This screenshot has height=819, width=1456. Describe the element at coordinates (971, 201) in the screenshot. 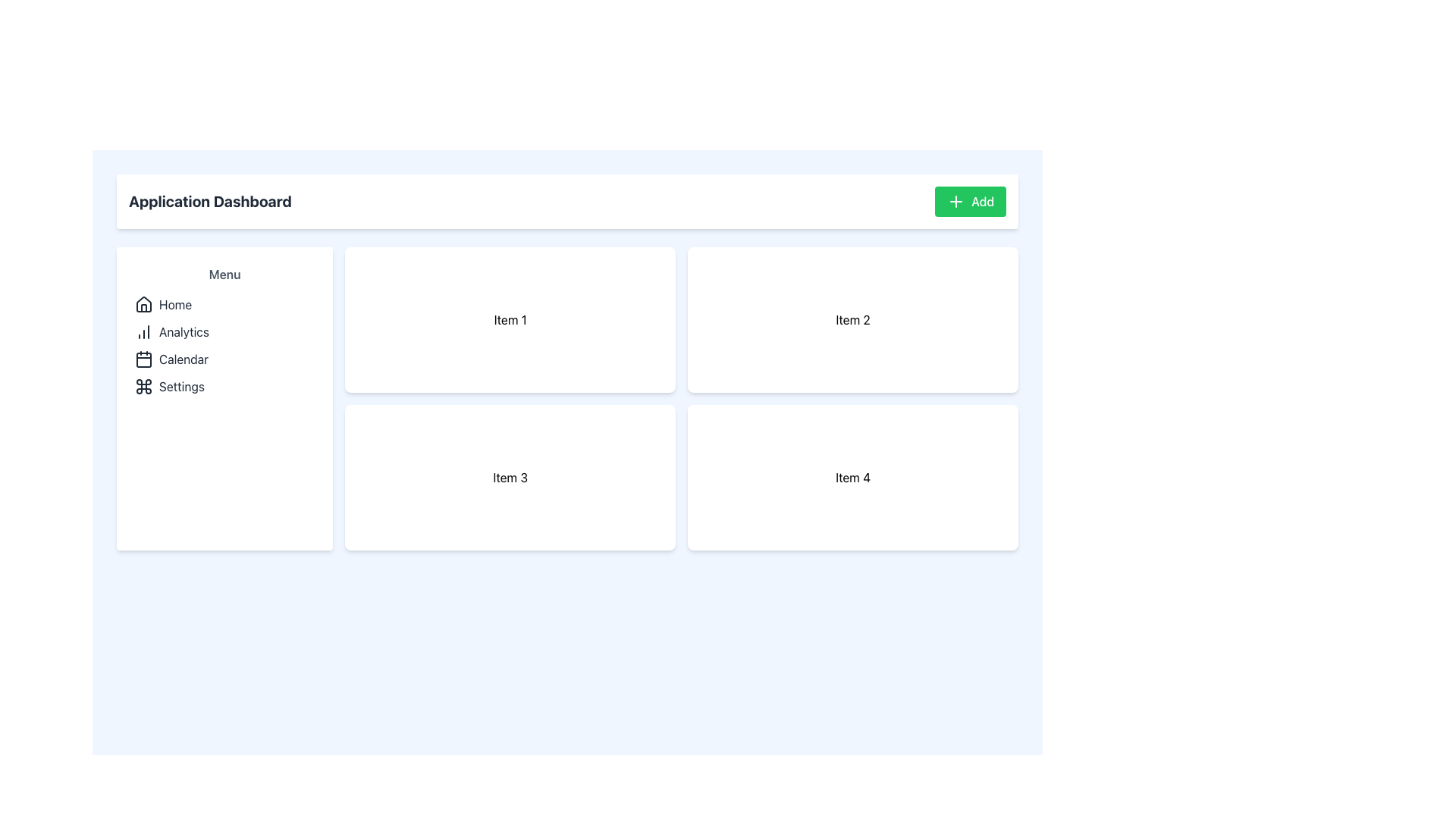

I see `the button on the far-right side of the header displaying 'Application Dashboard'` at that location.